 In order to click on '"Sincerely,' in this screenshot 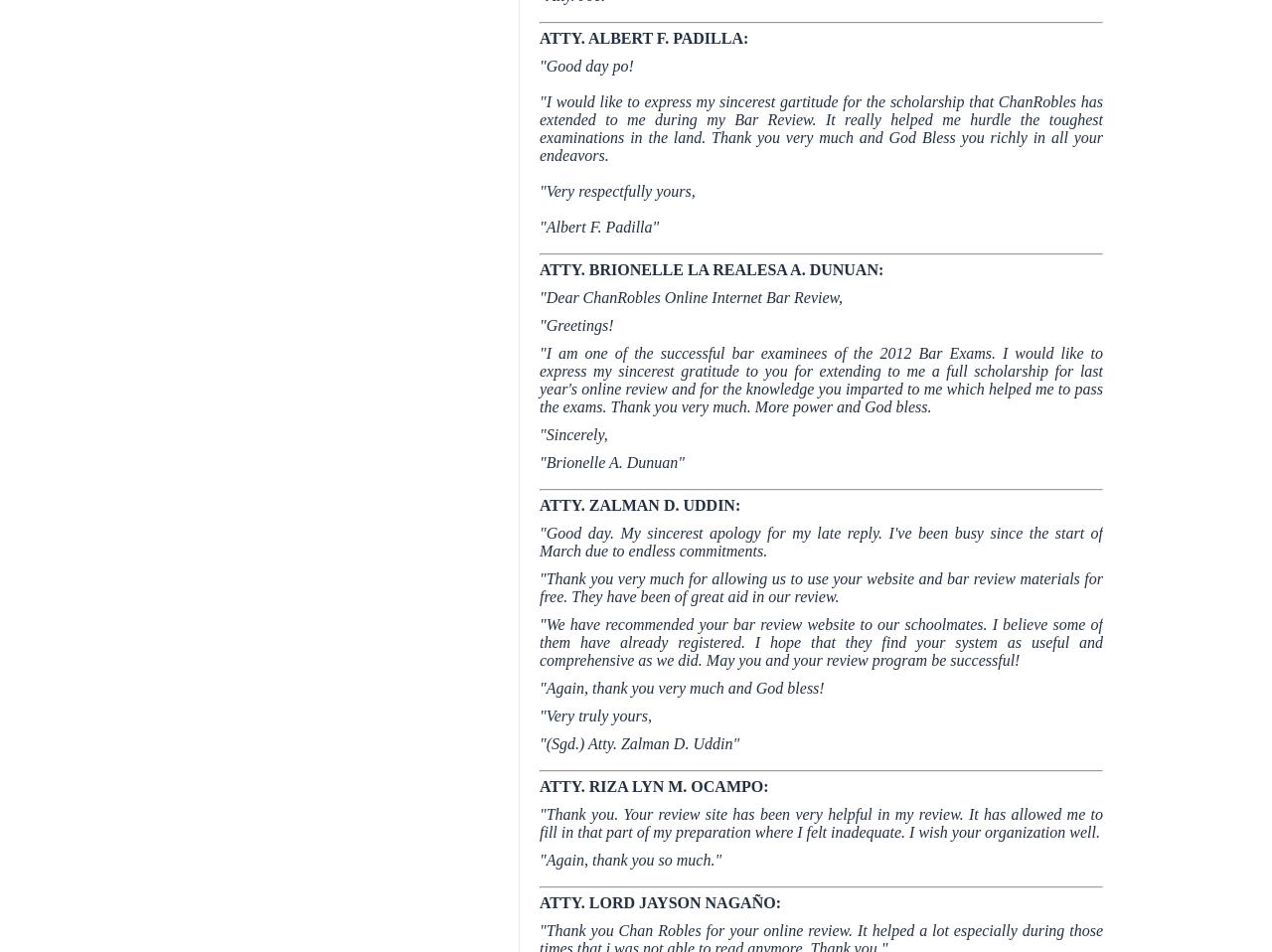, I will do `click(572, 434)`.